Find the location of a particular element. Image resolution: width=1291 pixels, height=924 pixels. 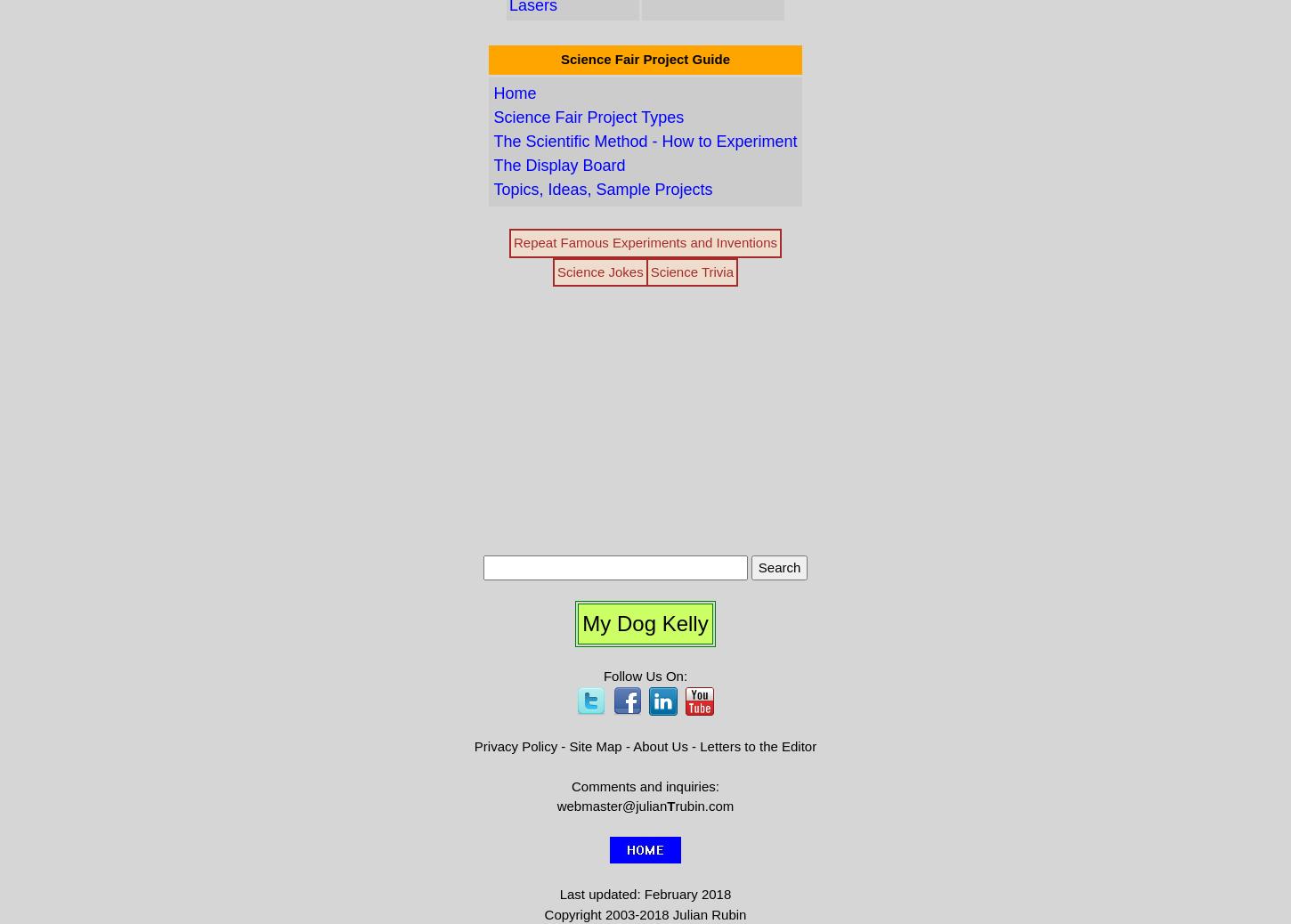

'Comments and inquiries:' is located at coordinates (644, 785).